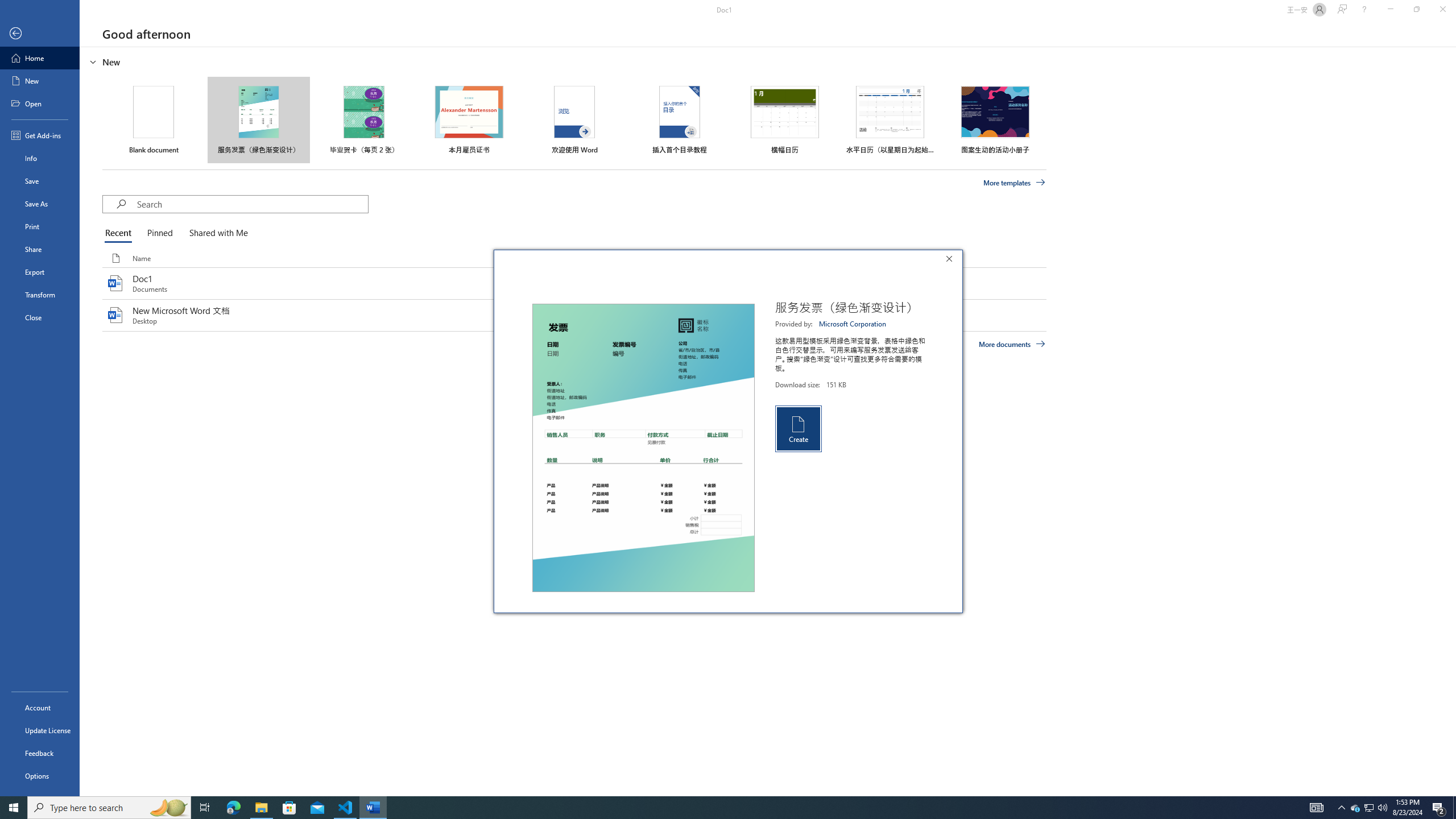 Image resolution: width=1456 pixels, height=819 pixels. What do you see at coordinates (39, 80) in the screenshot?
I see `'New'` at bounding box center [39, 80].